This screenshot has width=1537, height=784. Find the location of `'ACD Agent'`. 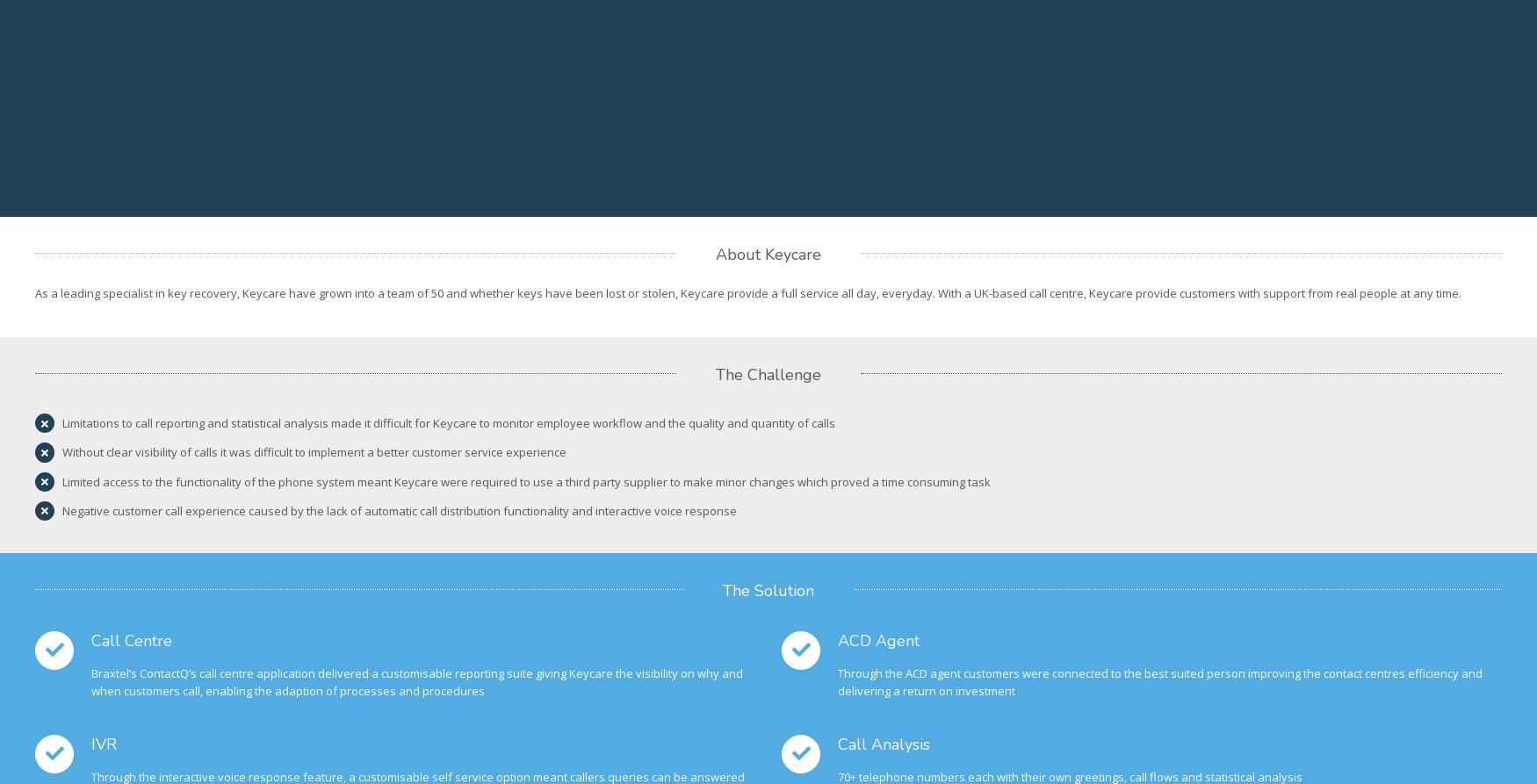

'ACD Agent' is located at coordinates (878, 641).